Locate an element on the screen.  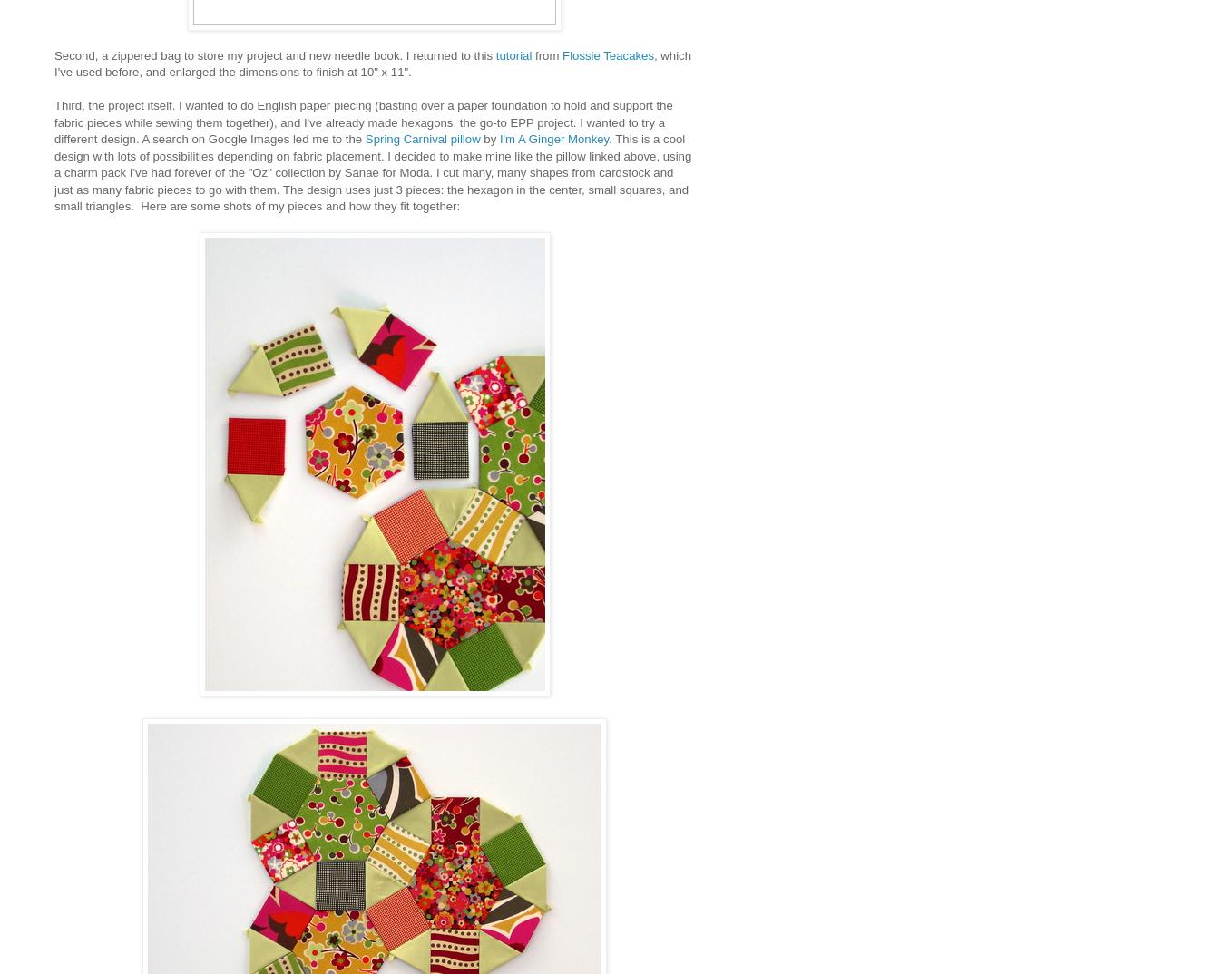
'I'm A Ginger Monkey' is located at coordinates (552, 138).